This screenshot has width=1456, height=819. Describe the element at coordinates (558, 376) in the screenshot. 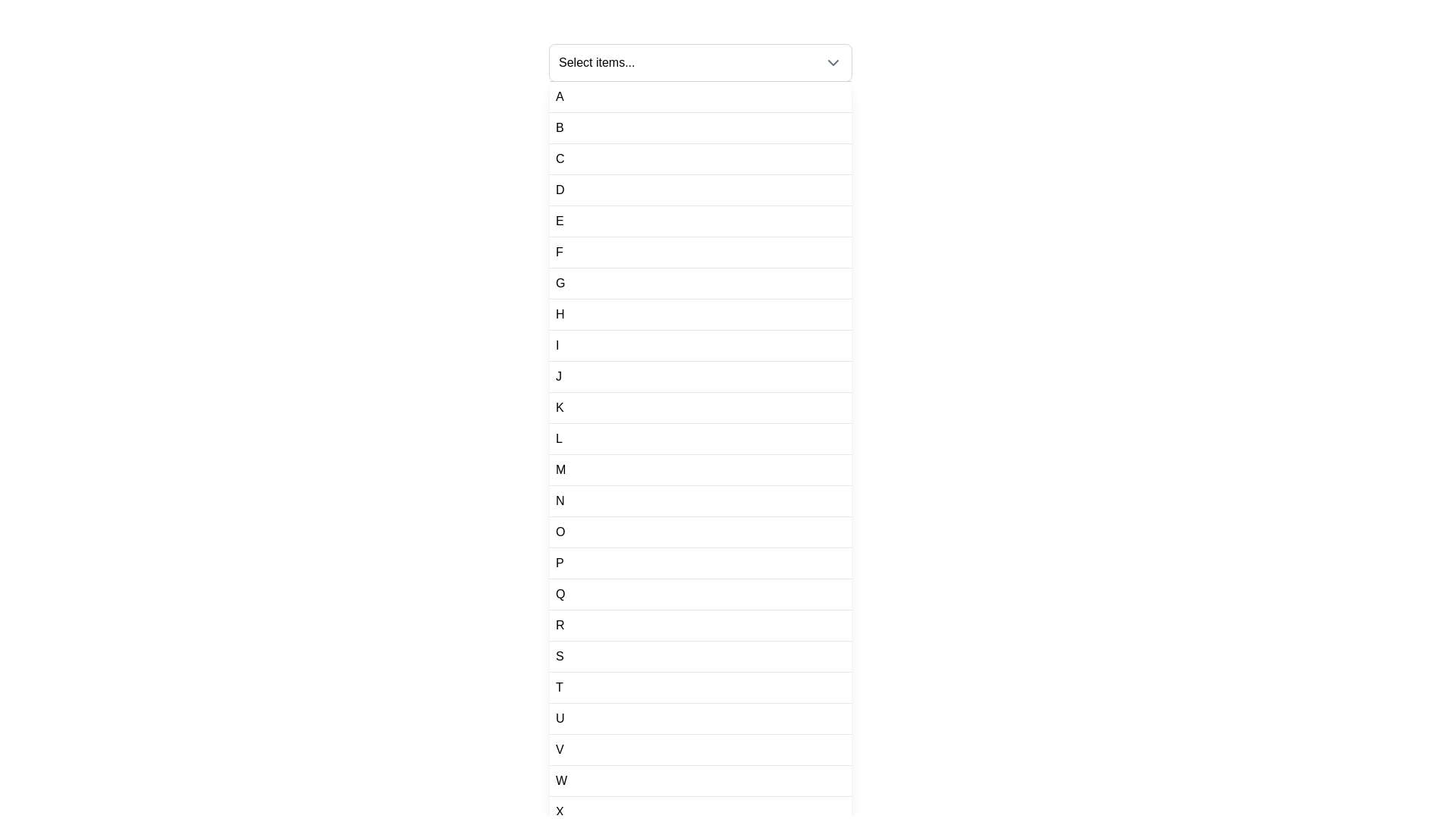

I see `to select the letter 'J' from the vertically aligned list of alphabetical letters` at that location.